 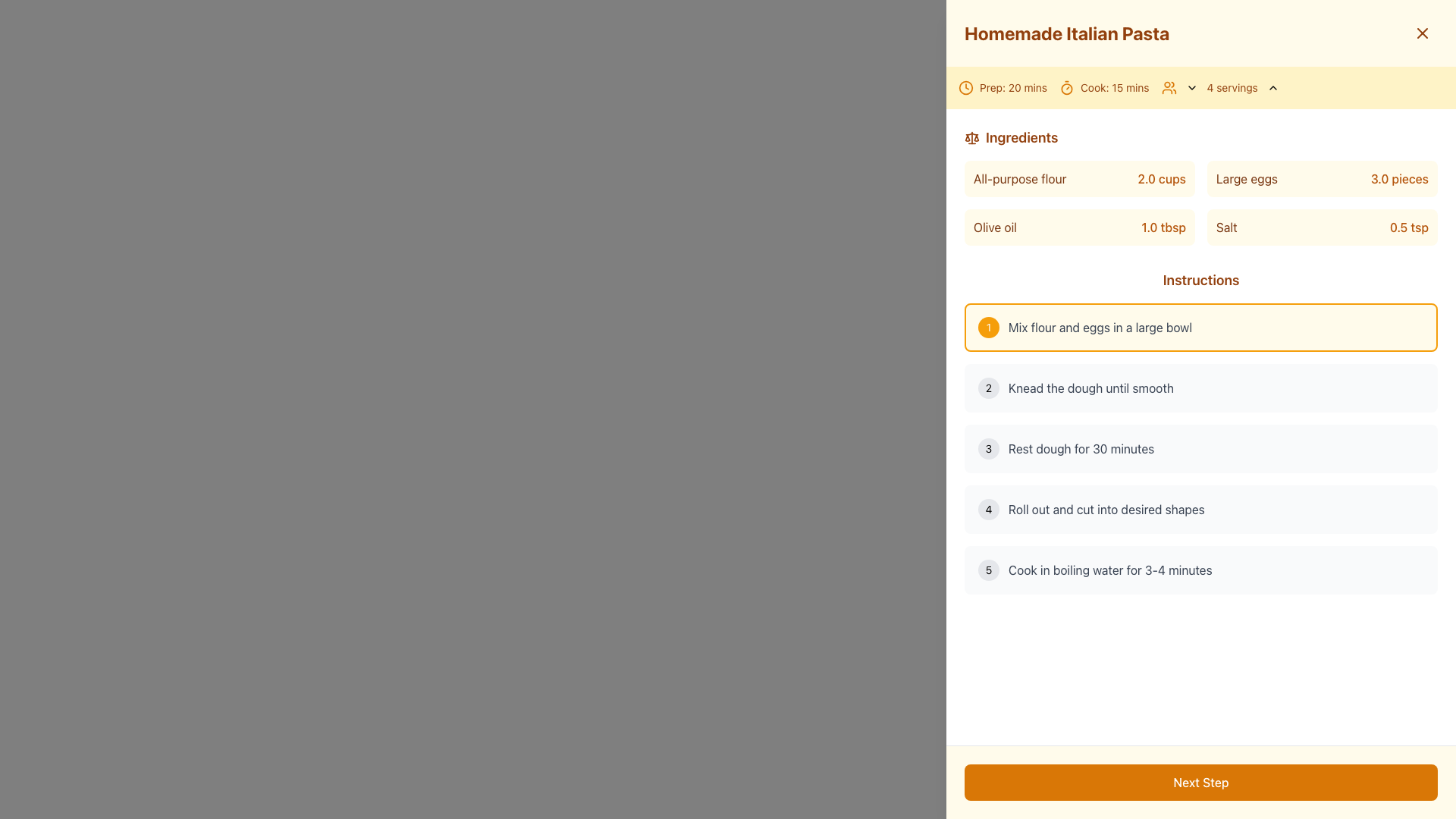 I want to click on instructional text label located in the fifth cooking step, positioned below the fourth step and above the 'Next Step' button, so click(x=1110, y=570).